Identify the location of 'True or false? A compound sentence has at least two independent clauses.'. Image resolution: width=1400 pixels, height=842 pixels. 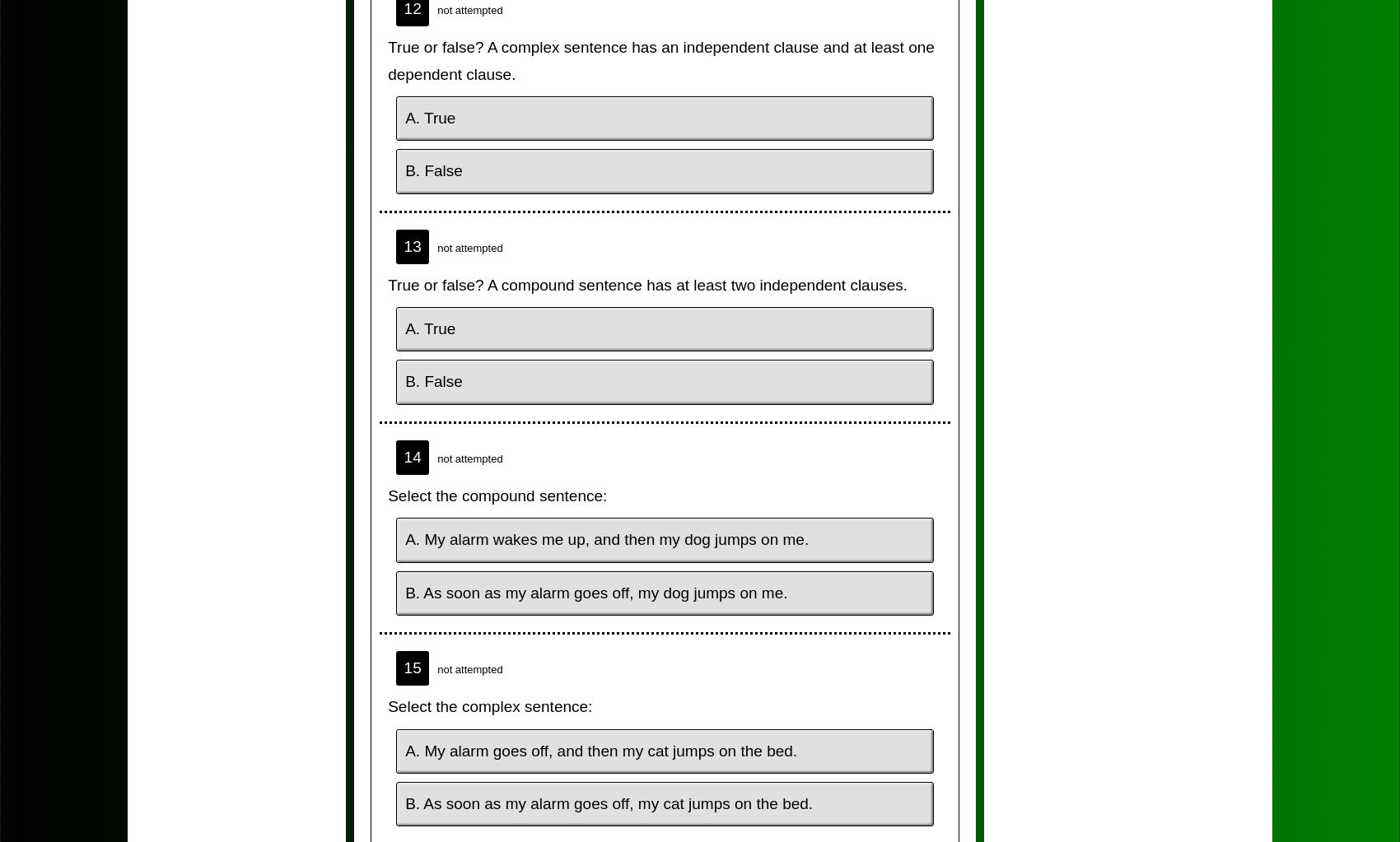
(646, 284).